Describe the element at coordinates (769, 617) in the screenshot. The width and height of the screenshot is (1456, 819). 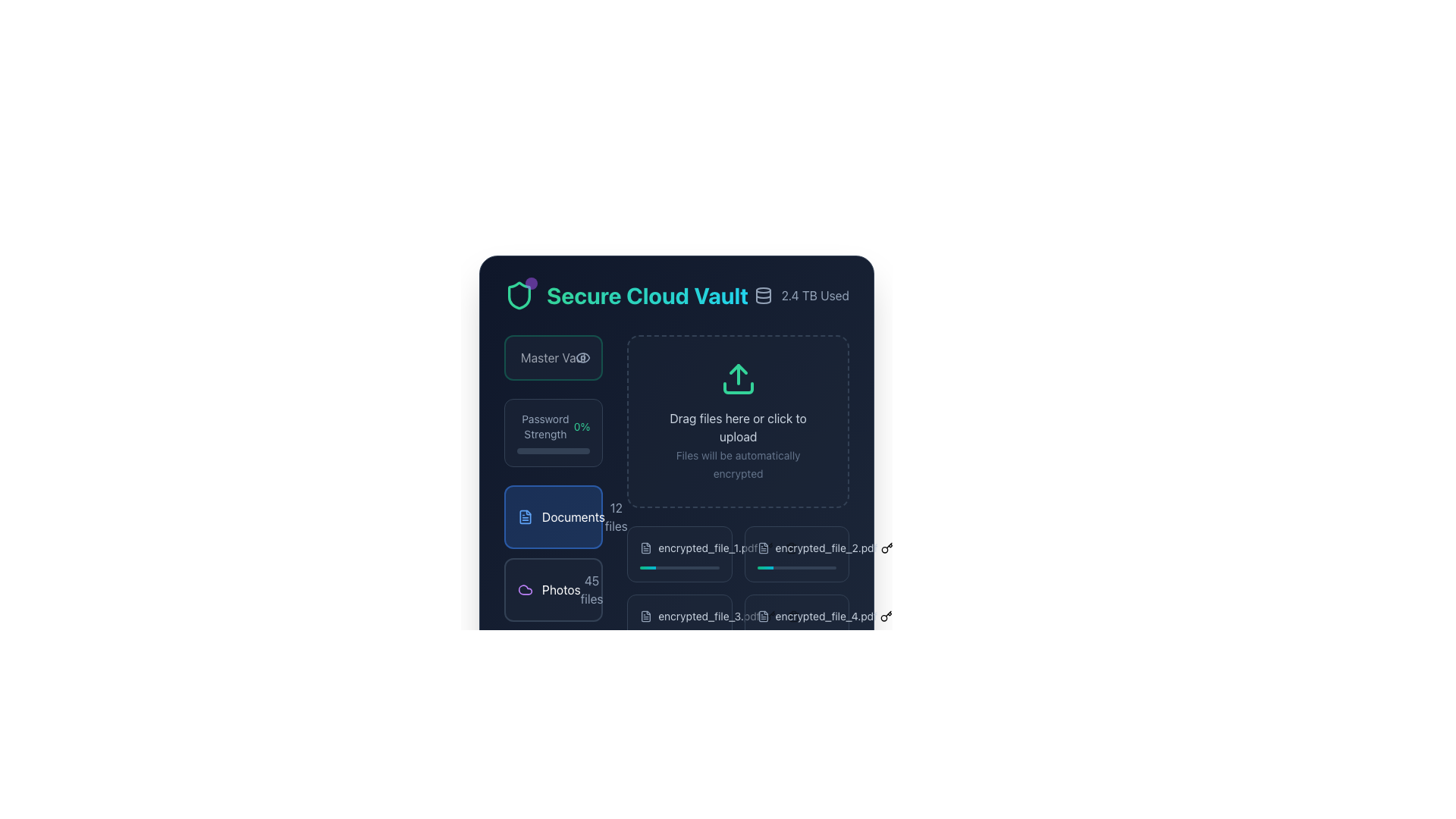
I see `the key-shaped icon indicating the encryption status for the file 'encrypted_file_4.pdf', located at the lower right corner of the file list interface in the 'Secure Cloud Vault' section` at that location.